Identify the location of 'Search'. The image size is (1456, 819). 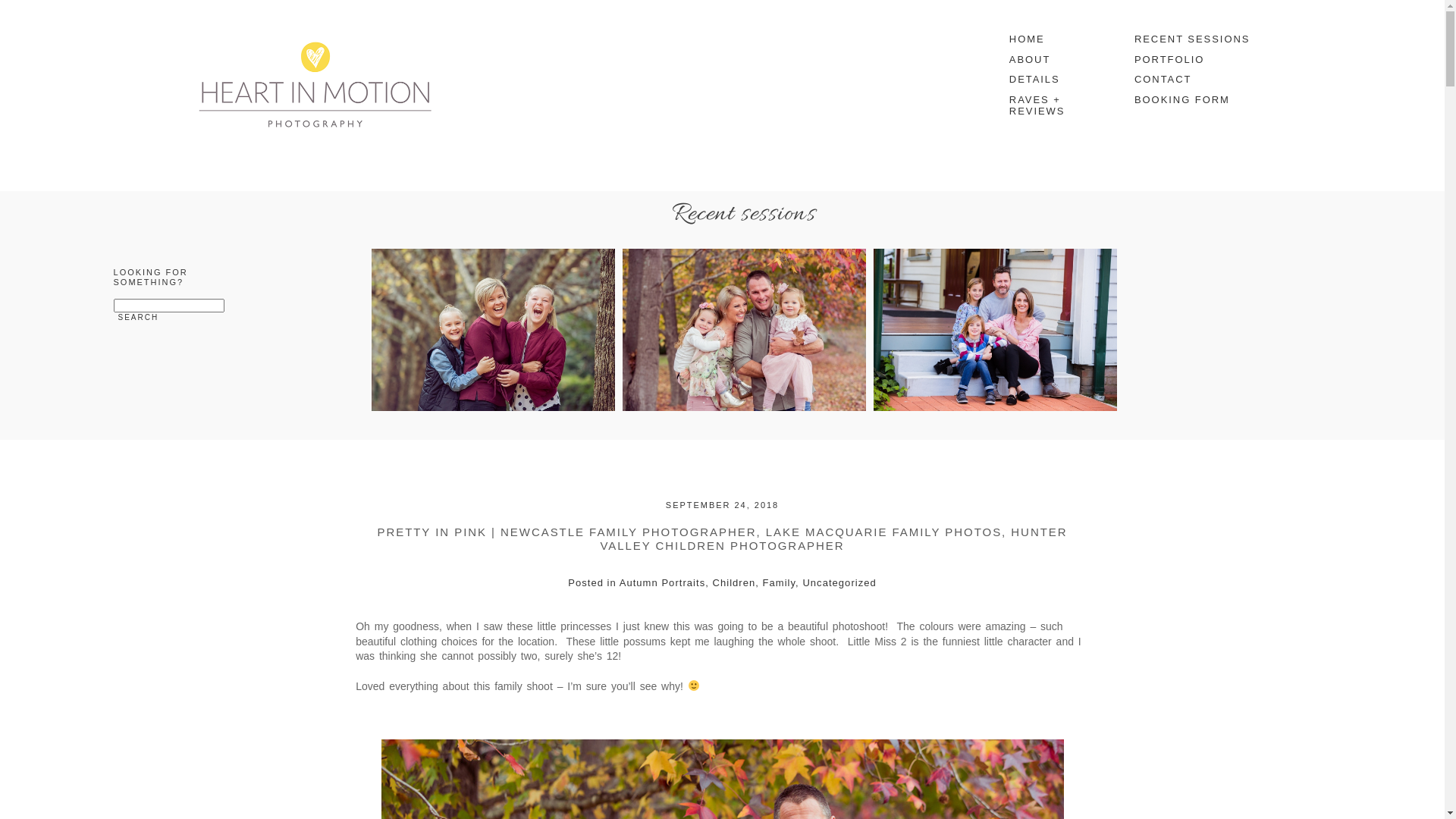
(138, 316).